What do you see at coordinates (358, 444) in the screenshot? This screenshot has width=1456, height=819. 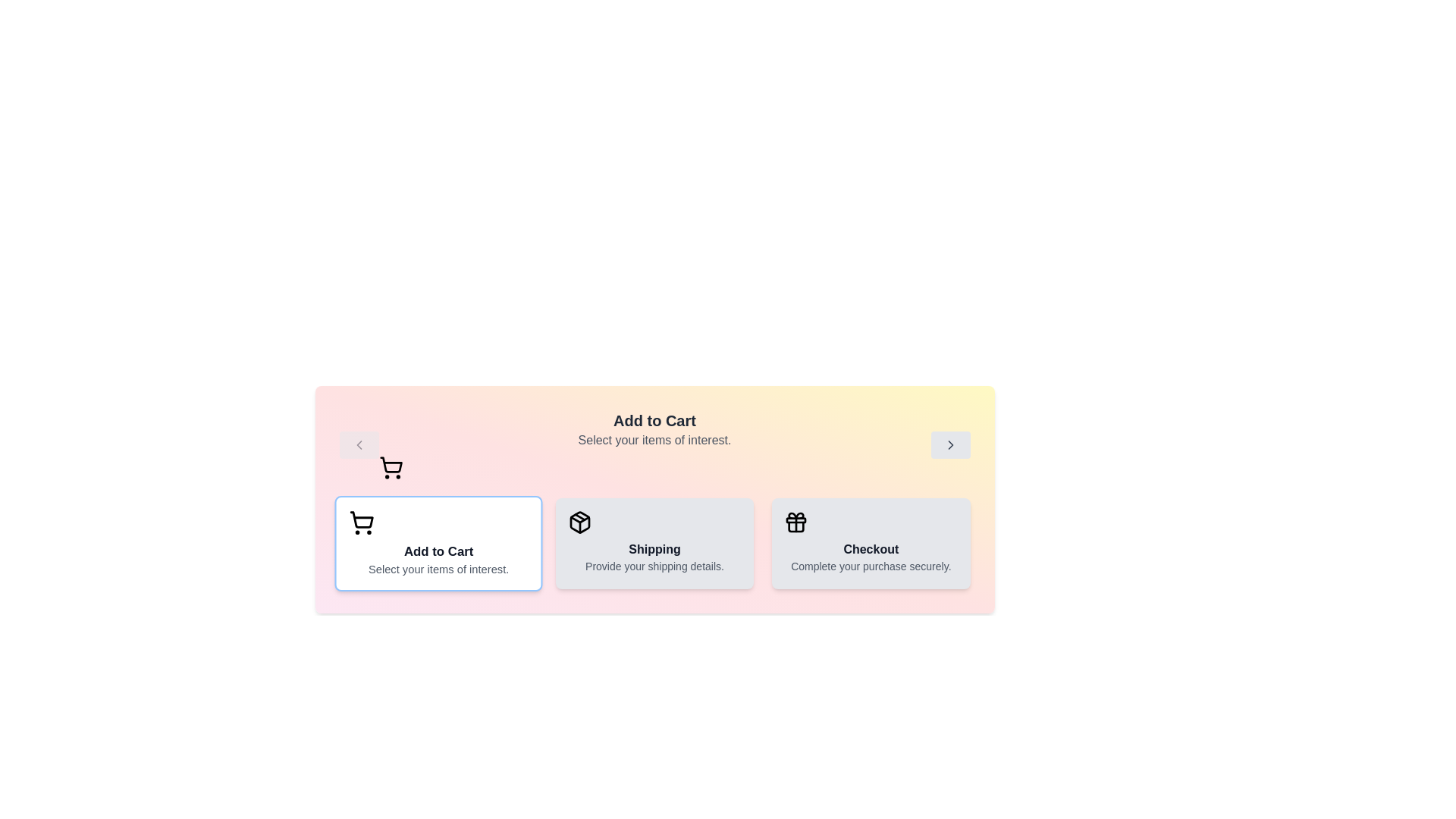 I see `the left-arrow icon button in the top-left corner of the navigational interface` at bounding box center [358, 444].